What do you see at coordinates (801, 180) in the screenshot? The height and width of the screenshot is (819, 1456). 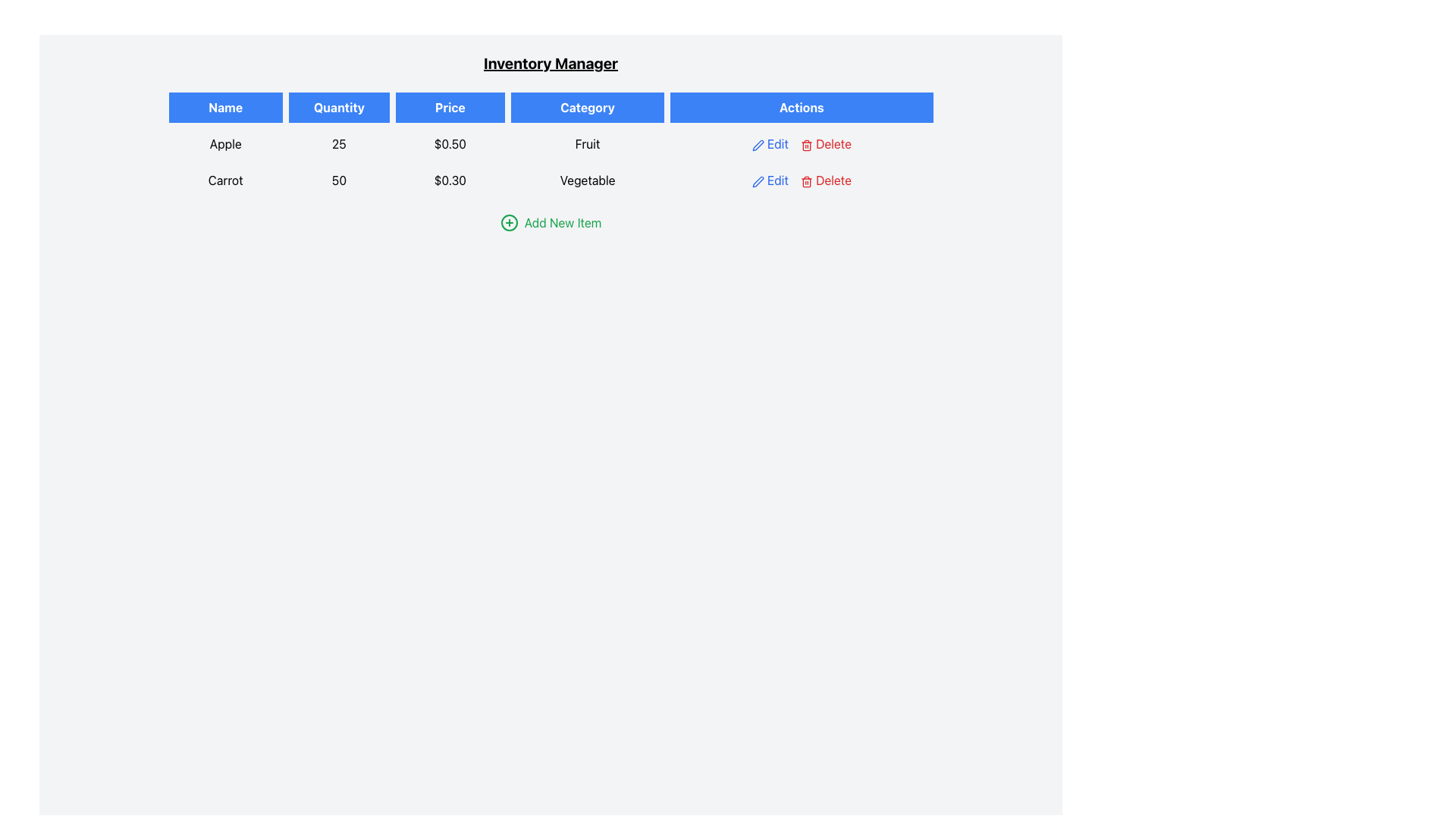 I see `the action menu in the Control Panel located in the last column of the second row of the table under the 'Actions' header for the 'Carrot' entry to visualize hover effects` at bounding box center [801, 180].